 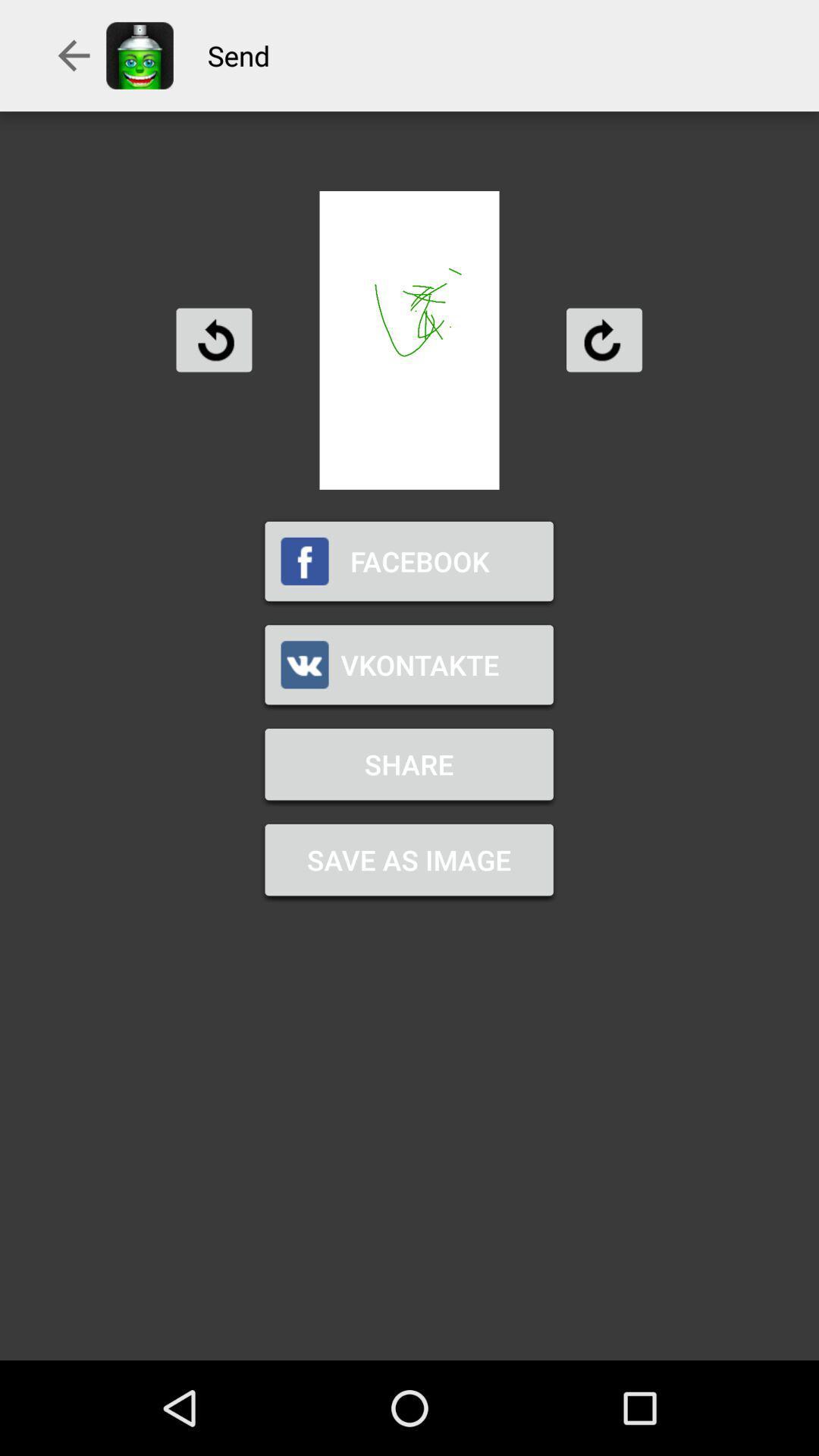 What do you see at coordinates (214, 339) in the screenshot?
I see `icon above the facebook item` at bounding box center [214, 339].